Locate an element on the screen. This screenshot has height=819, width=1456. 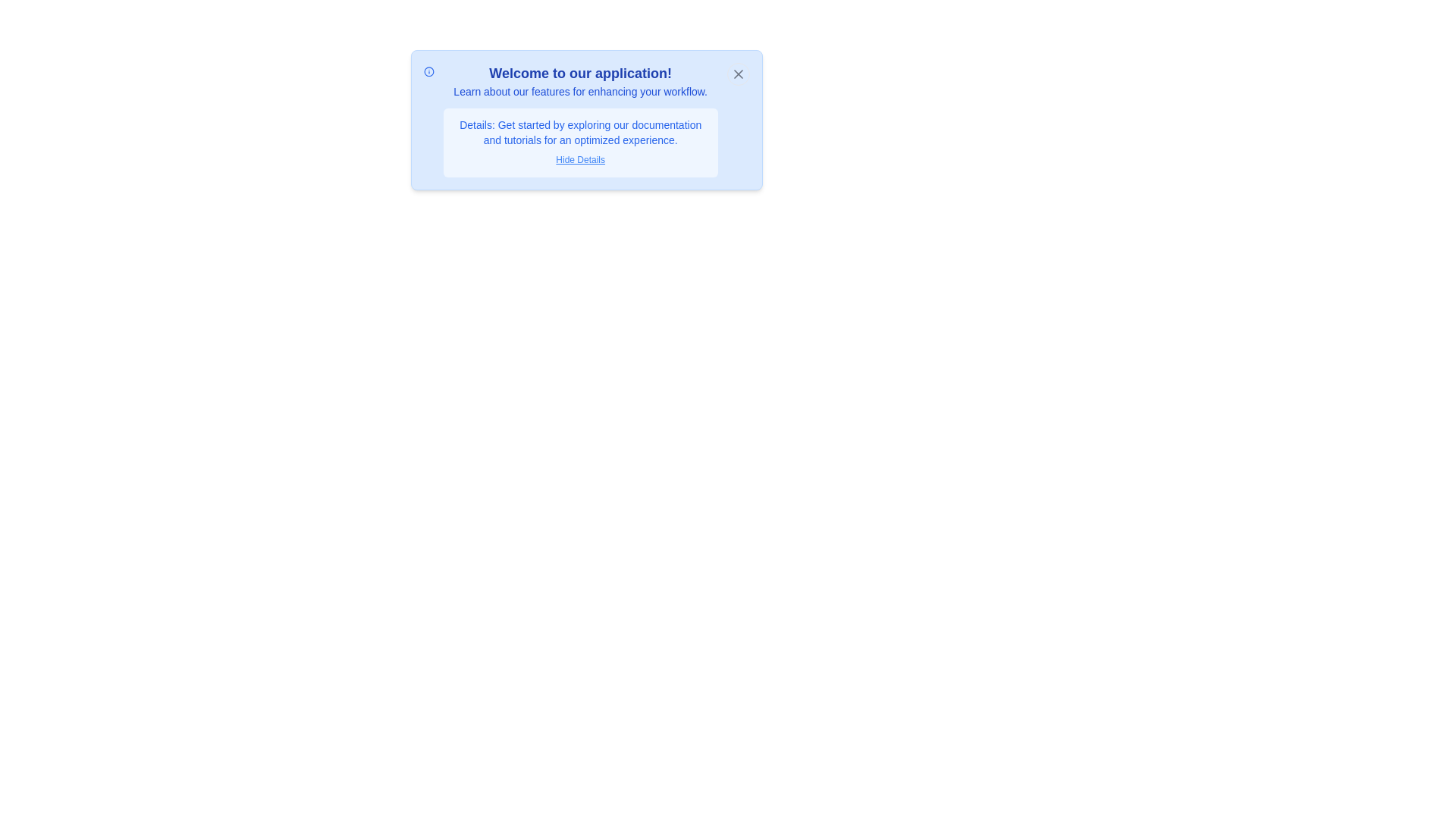
the close button to dismiss the alert is located at coordinates (738, 74).